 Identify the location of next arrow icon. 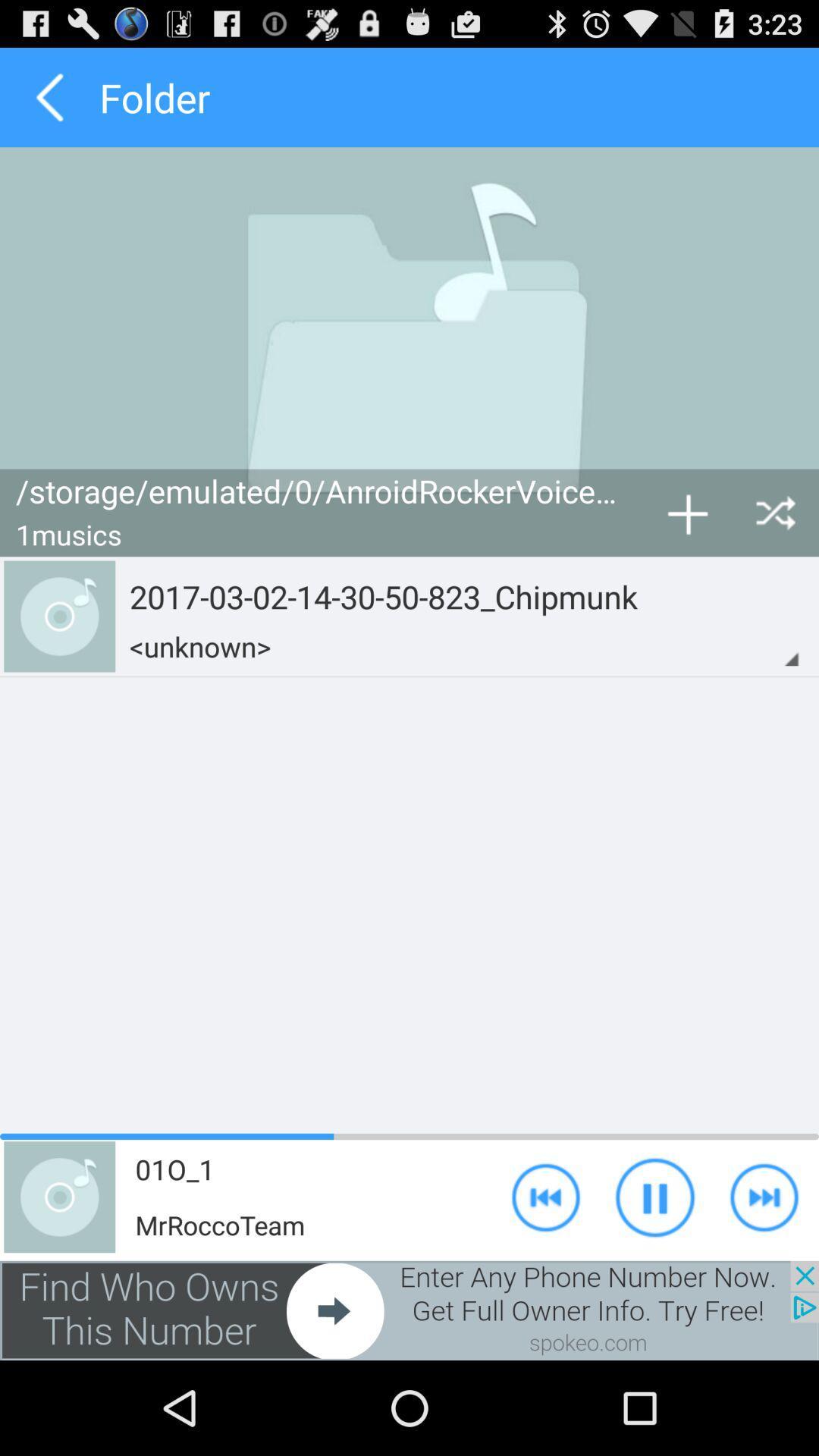
(764, 1196).